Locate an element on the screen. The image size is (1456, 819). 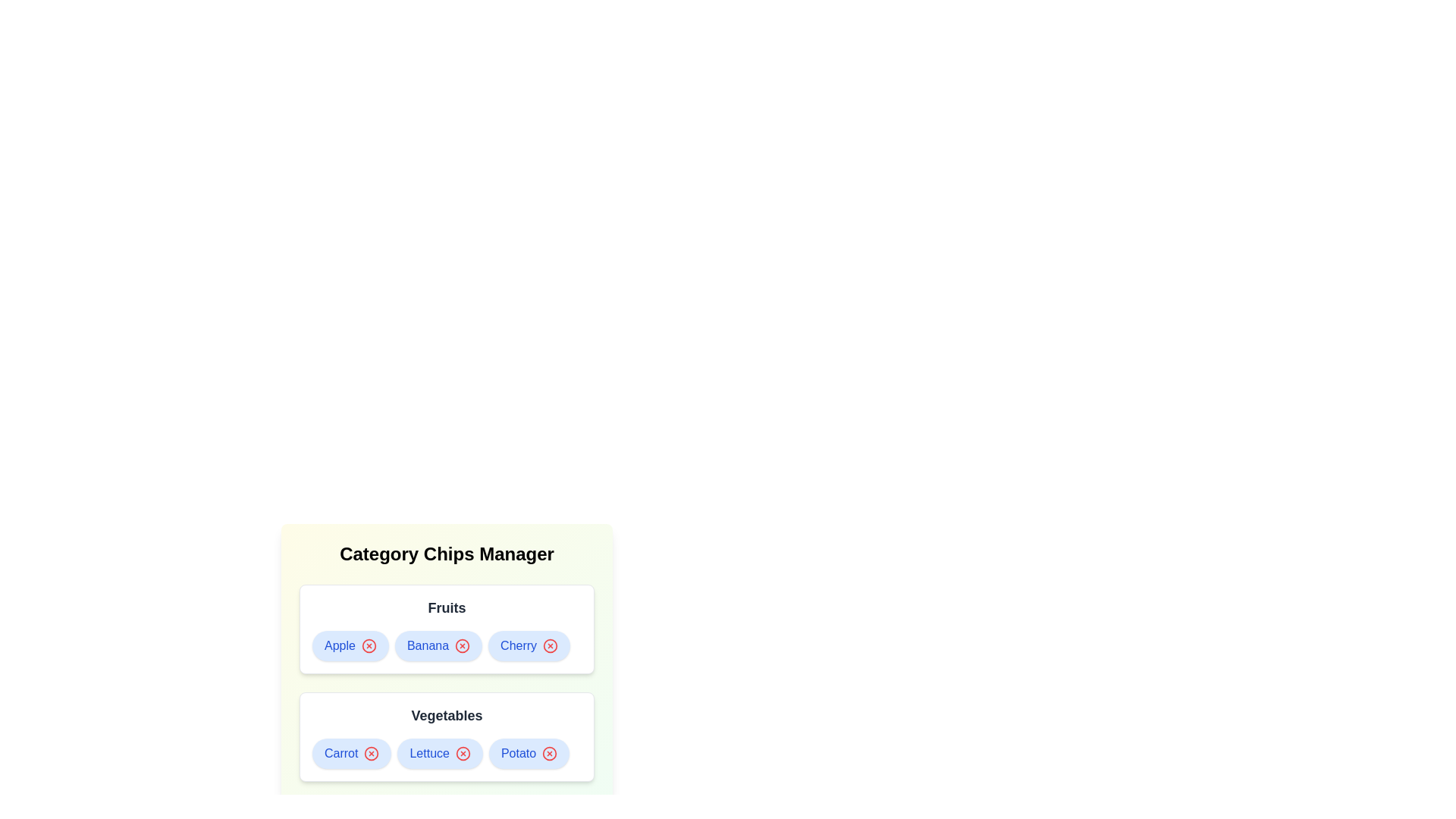
remove button for the chip labeled Cherry is located at coordinates (550, 646).